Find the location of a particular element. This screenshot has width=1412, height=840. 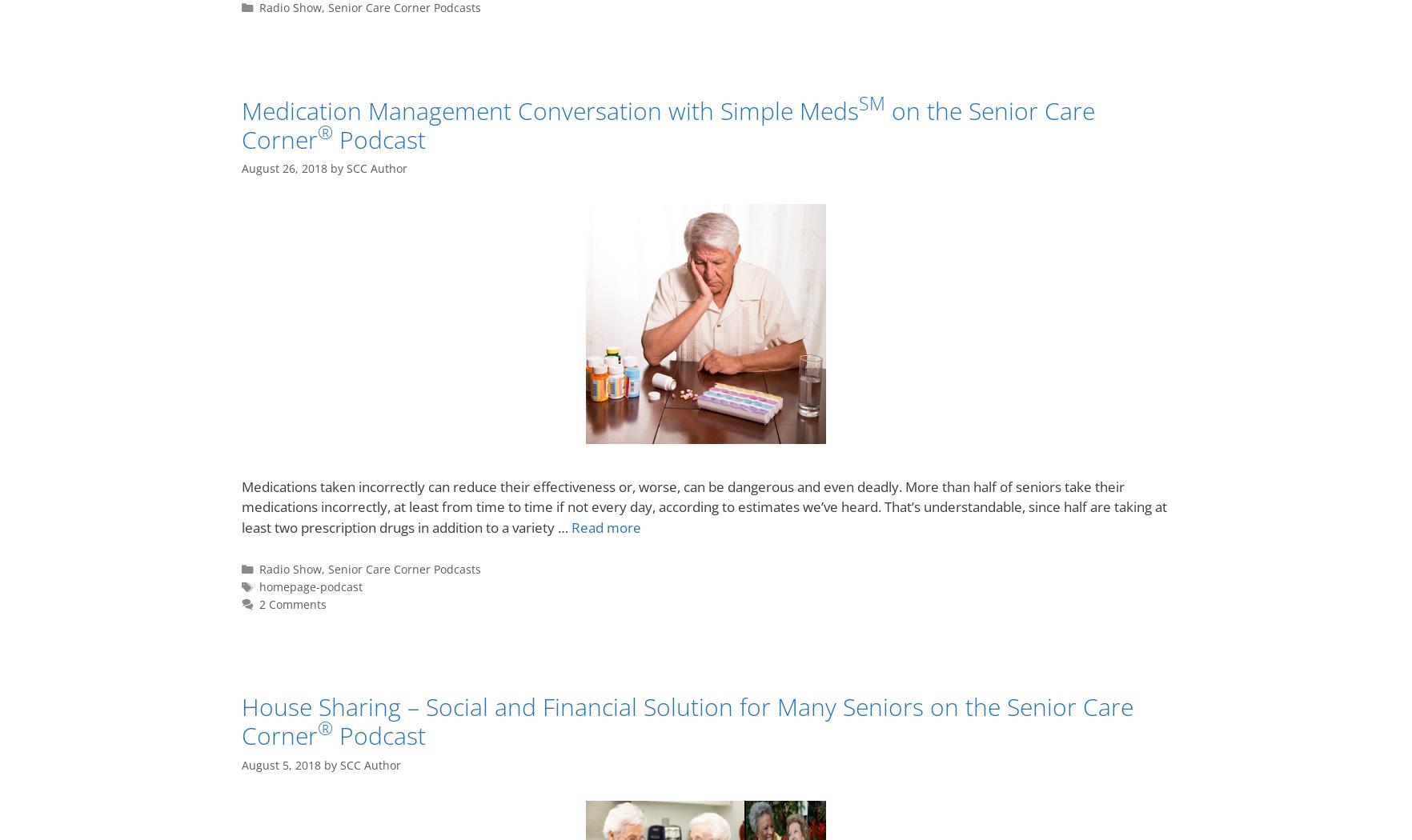

'Medications taken incorrectly can reduce their effectiveness or, worse, can be dangerous and even deadly. More than half of seniors take their medications incorrectly, at least from time to time if not every day, according to estimates we’ve heard. That’s understandable, since half are taking at least two prescription drugs in addition to a variety …' is located at coordinates (704, 506).